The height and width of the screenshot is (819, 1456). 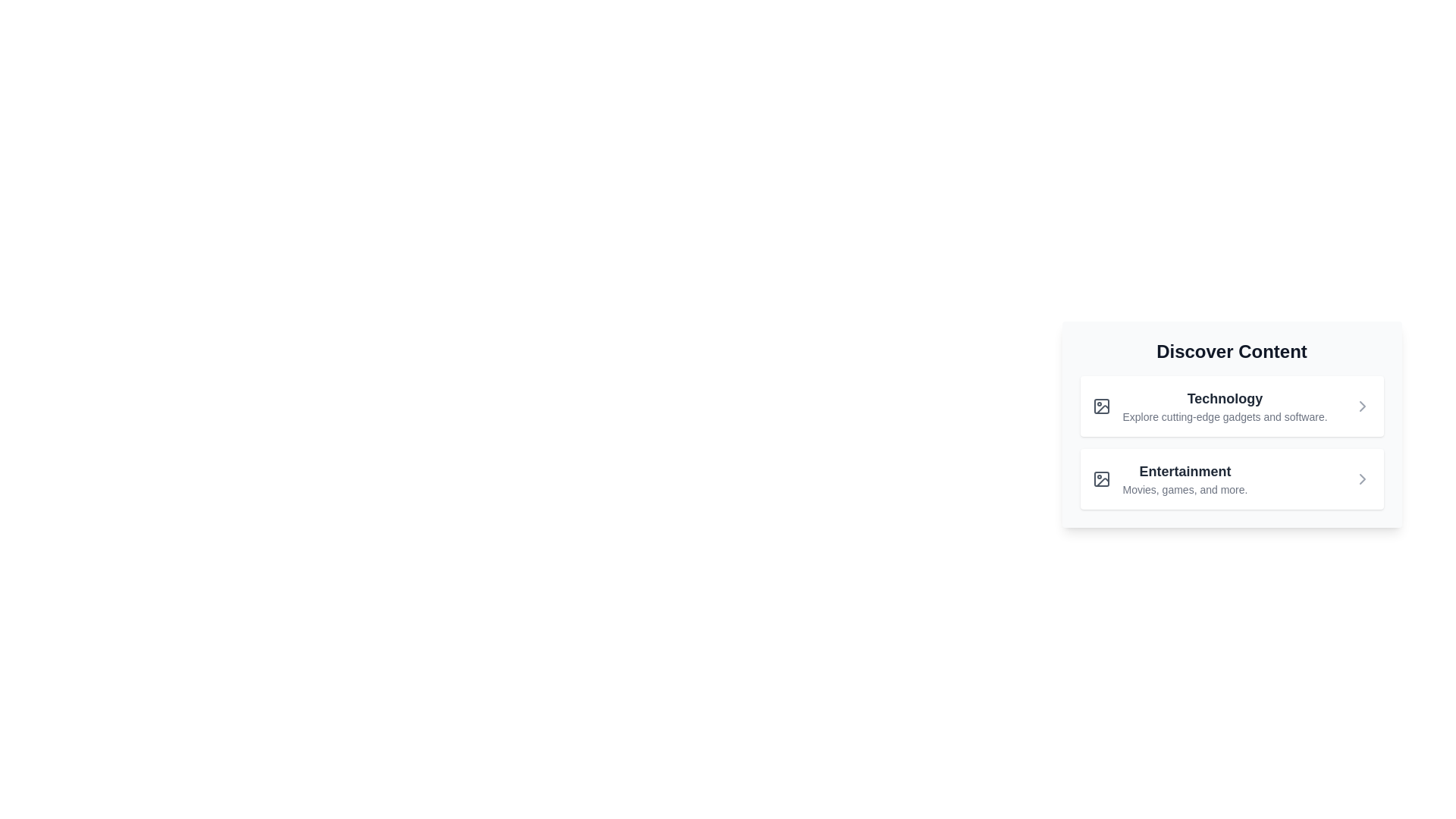 What do you see at coordinates (1232, 479) in the screenshot?
I see `the 'Entertainment' card/button, which is the second option in a vertical list` at bounding box center [1232, 479].